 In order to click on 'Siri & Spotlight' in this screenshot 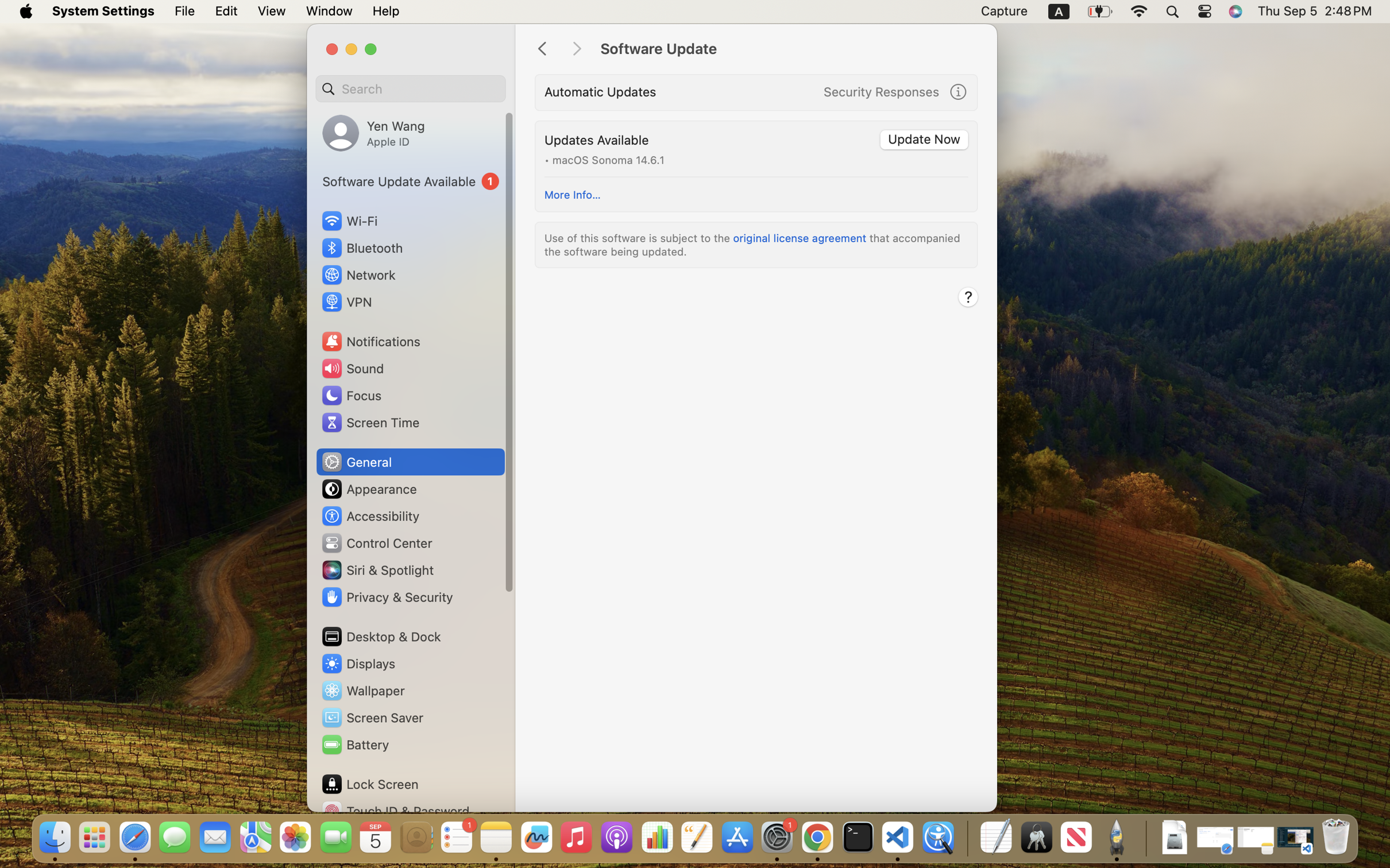, I will do `click(376, 569)`.